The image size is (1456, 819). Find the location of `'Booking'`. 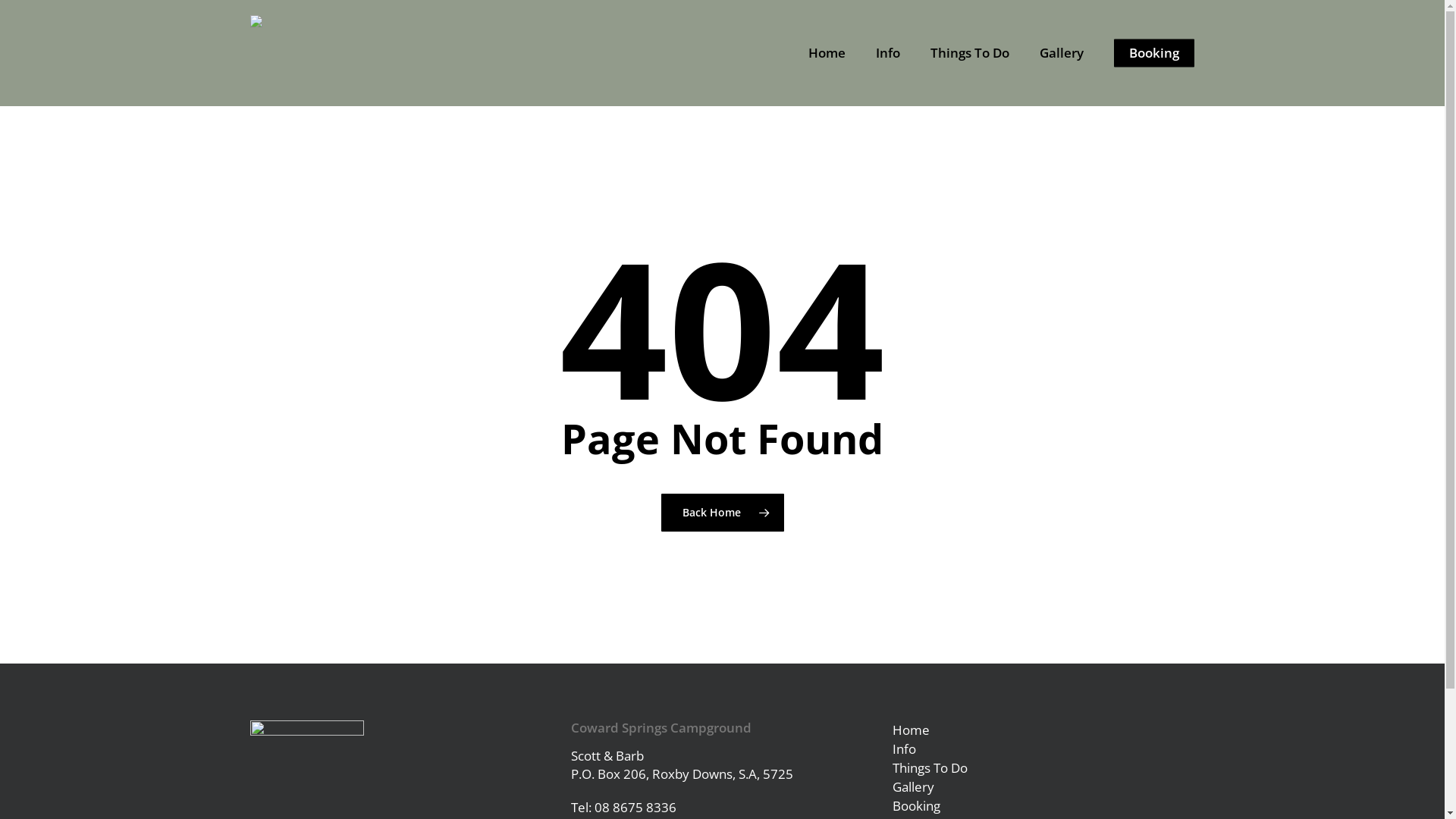

'Booking' is located at coordinates (1043, 805).